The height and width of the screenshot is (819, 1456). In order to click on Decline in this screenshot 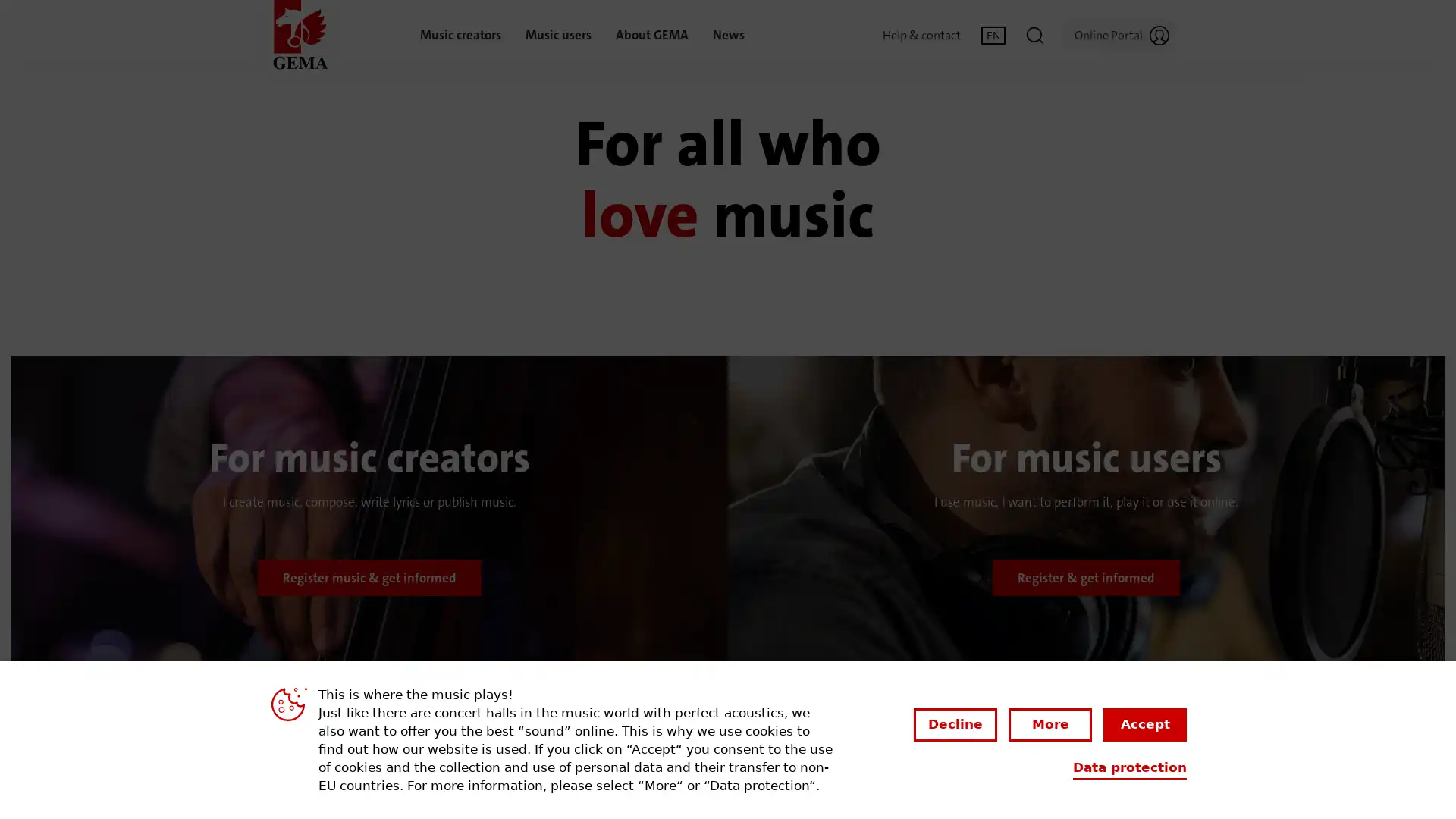, I will do `click(954, 723)`.